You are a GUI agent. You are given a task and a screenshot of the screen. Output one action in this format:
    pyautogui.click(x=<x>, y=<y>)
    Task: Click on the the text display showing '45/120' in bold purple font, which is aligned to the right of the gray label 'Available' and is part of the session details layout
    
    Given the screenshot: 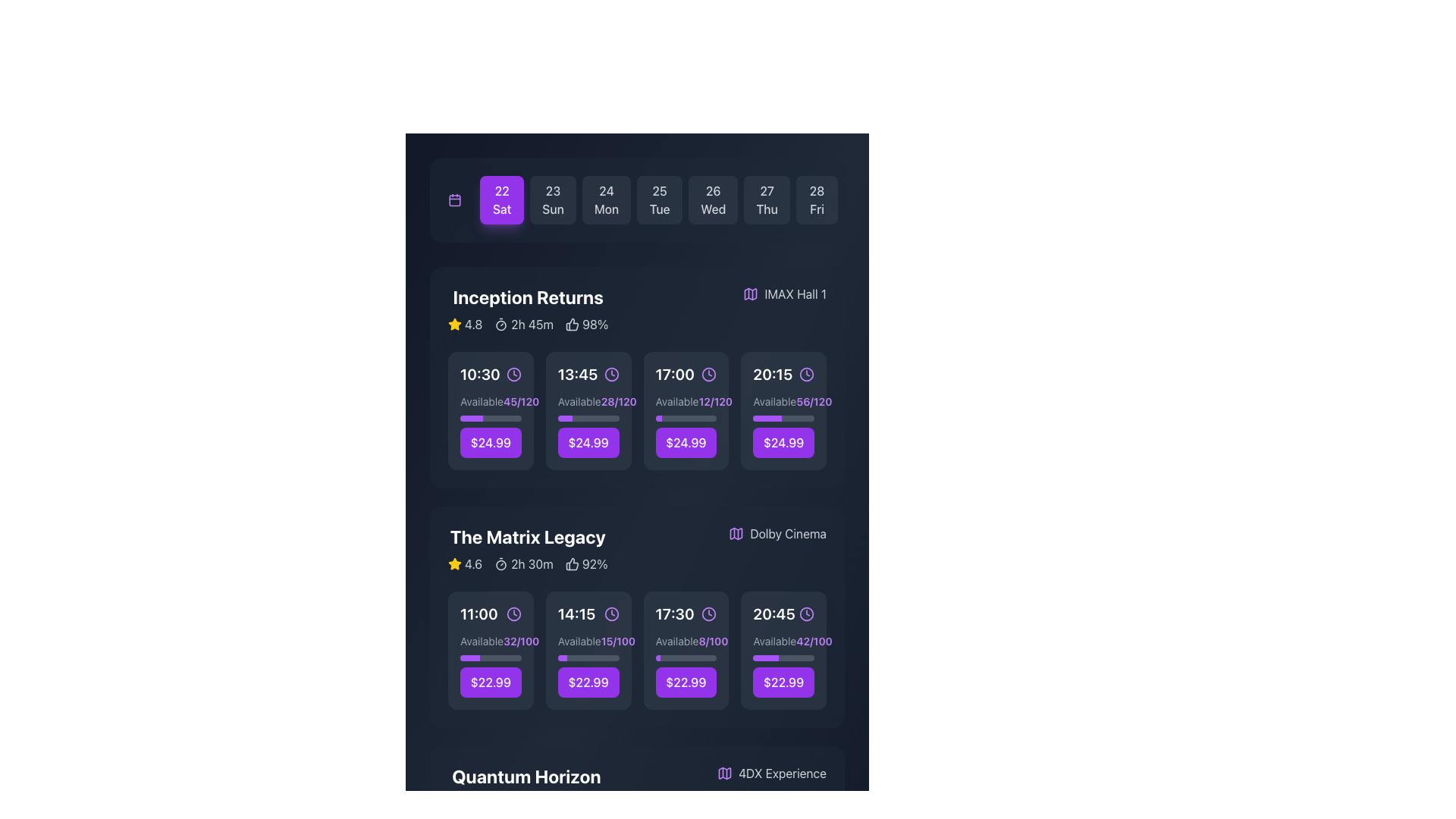 What is the action you would take?
    pyautogui.click(x=521, y=400)
    